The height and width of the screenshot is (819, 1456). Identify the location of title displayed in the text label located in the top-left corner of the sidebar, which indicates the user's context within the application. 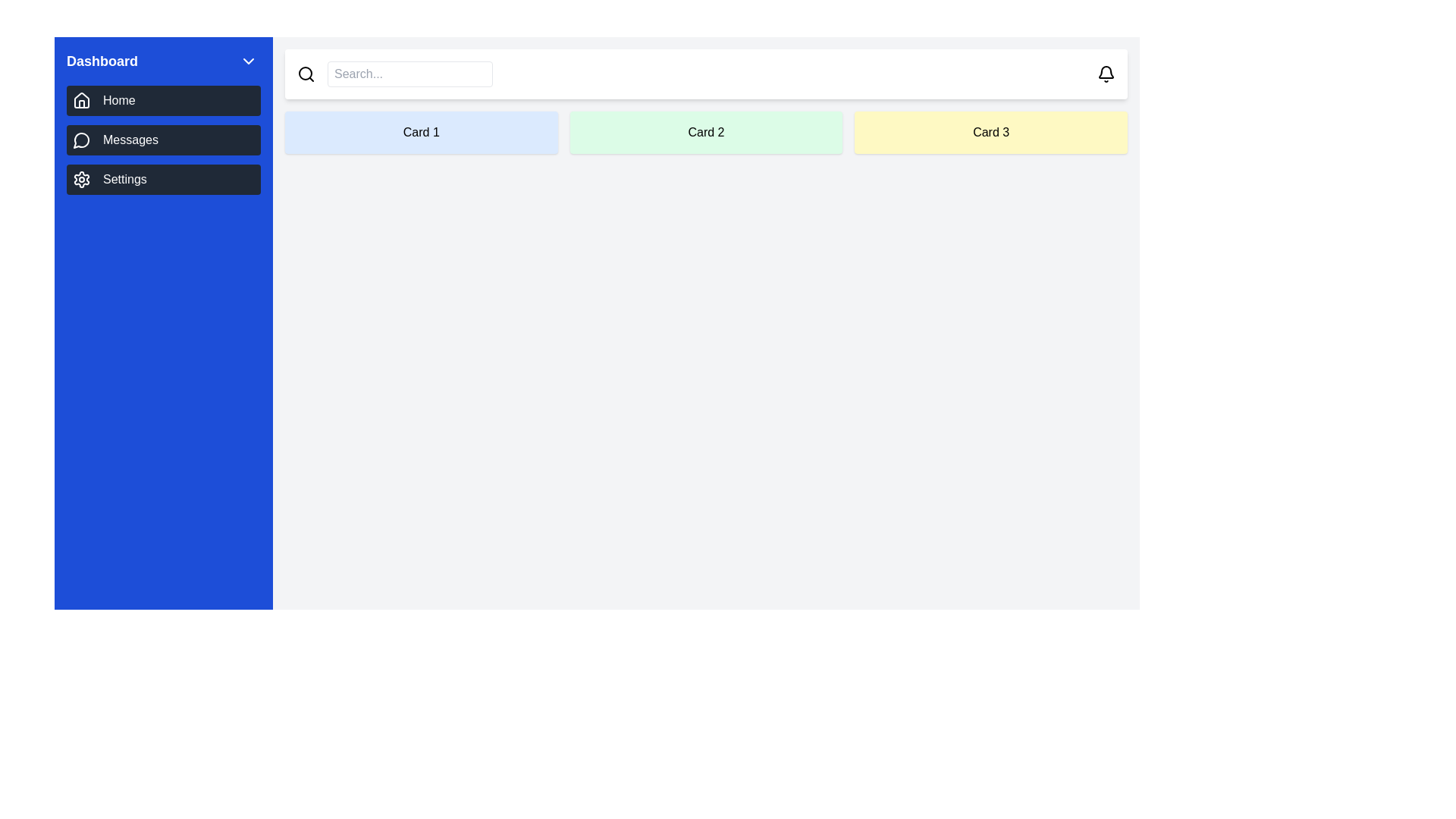
(101, 61).